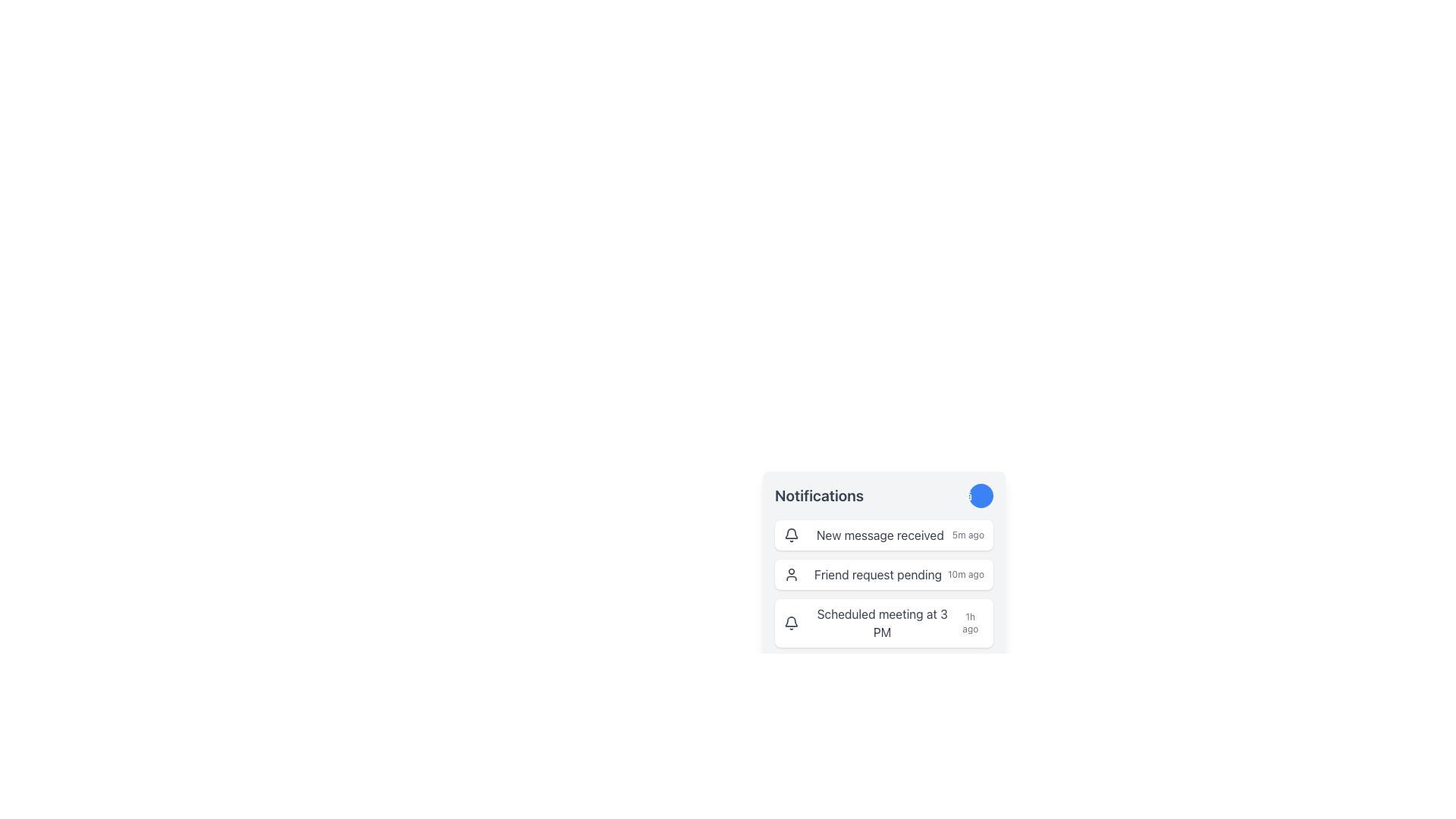 The height and width of the screenshot is (819, 1456). Describe the element at coordinates (884, 575) in the screenshot. I see `the second notification item displaying 'Friend request pending'` at that location.